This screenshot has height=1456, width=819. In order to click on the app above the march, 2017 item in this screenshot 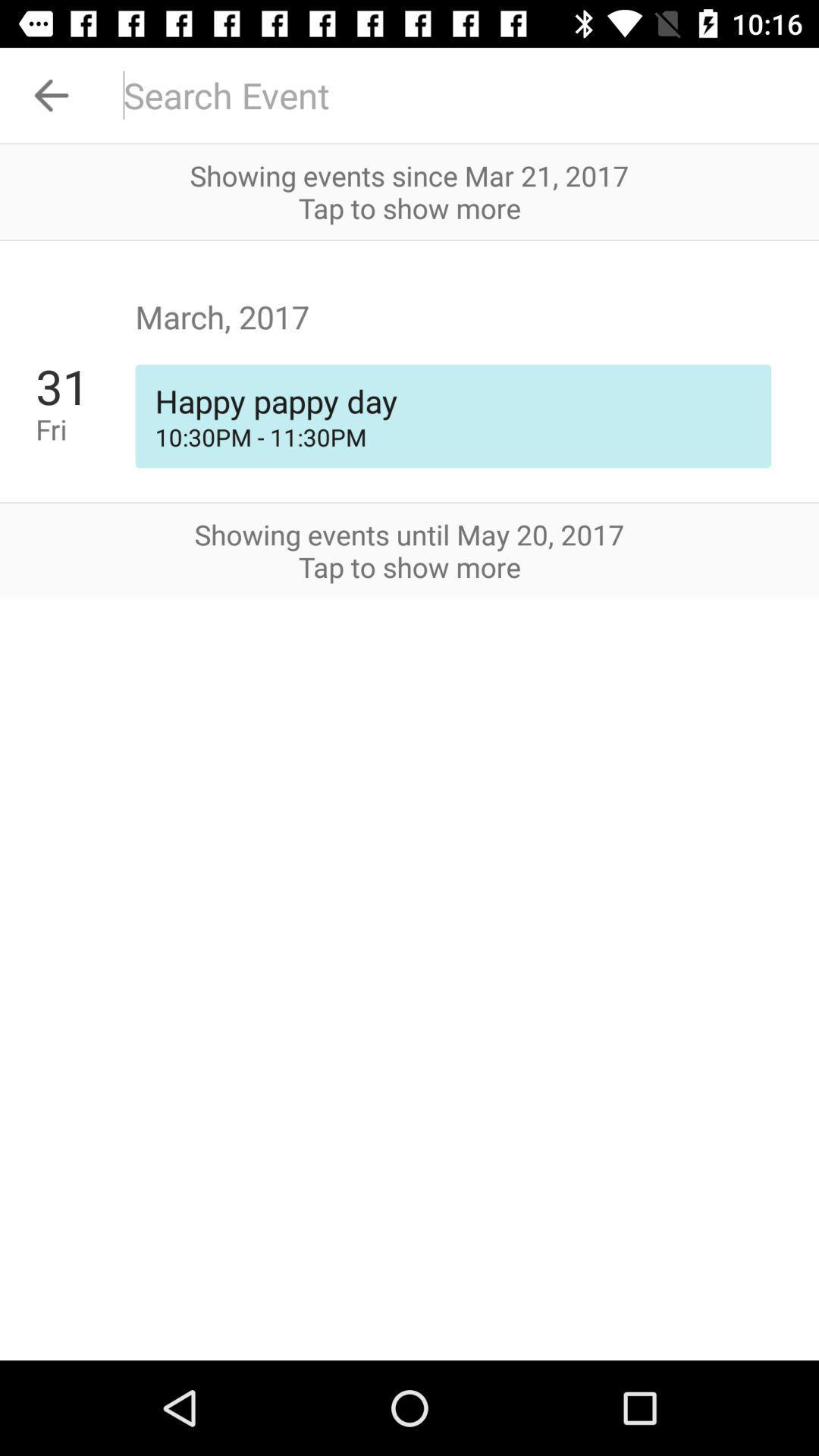, I will do `click(409, 240)`.